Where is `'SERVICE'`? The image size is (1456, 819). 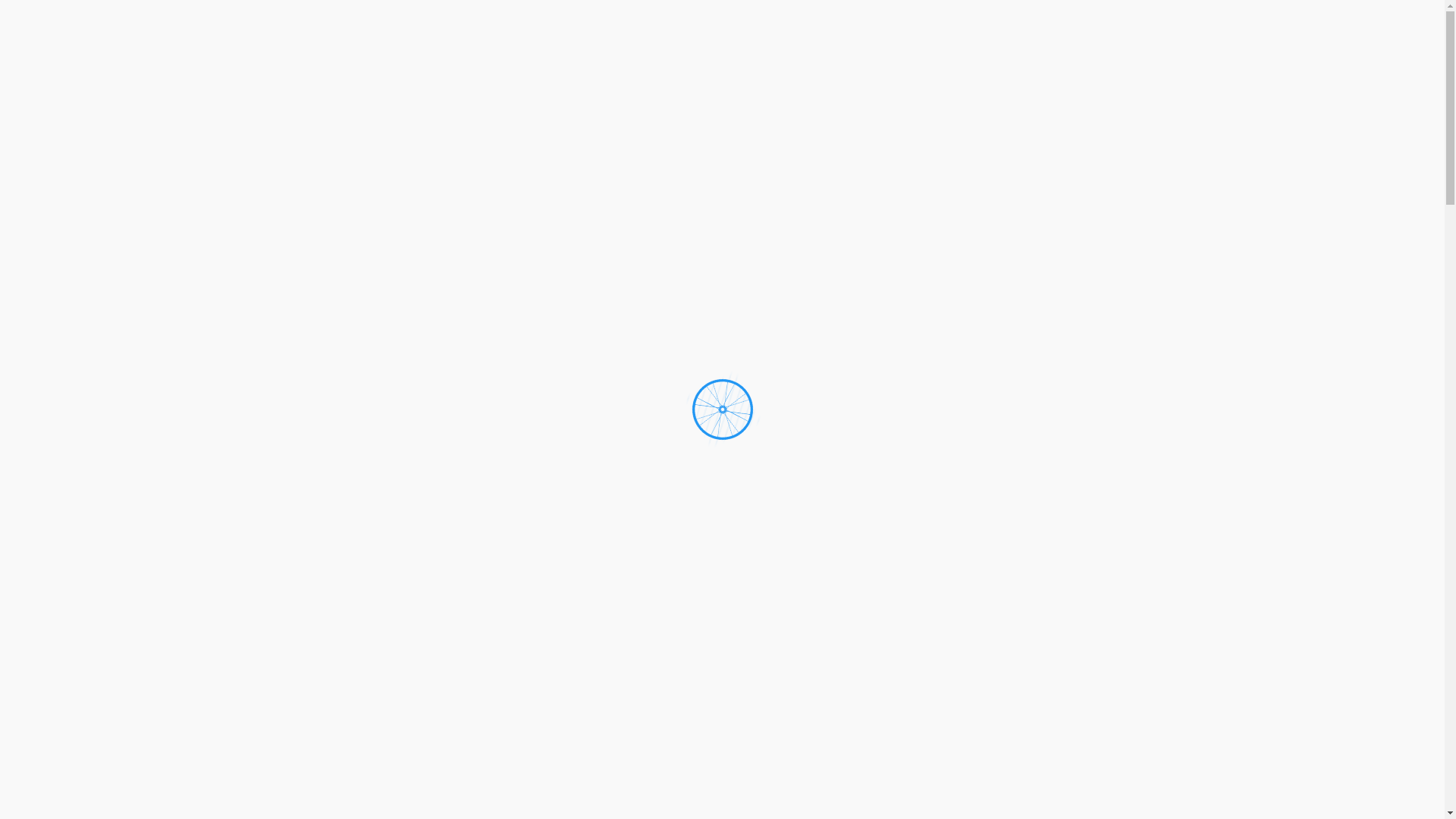
'SERVICE' is located at coordinates (1001, 74).